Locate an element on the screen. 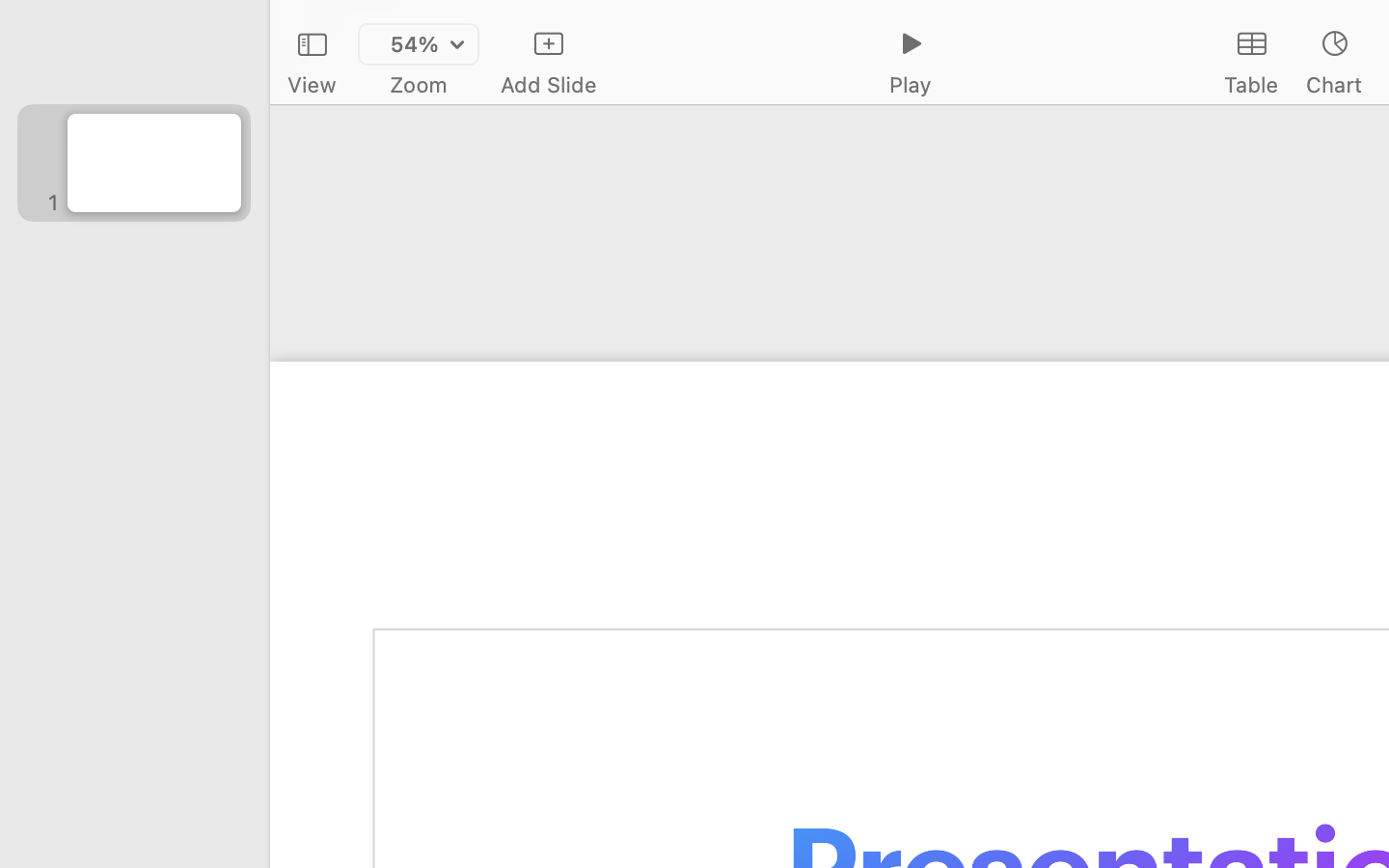  'Zoom' is located at coordinates (419, 84).